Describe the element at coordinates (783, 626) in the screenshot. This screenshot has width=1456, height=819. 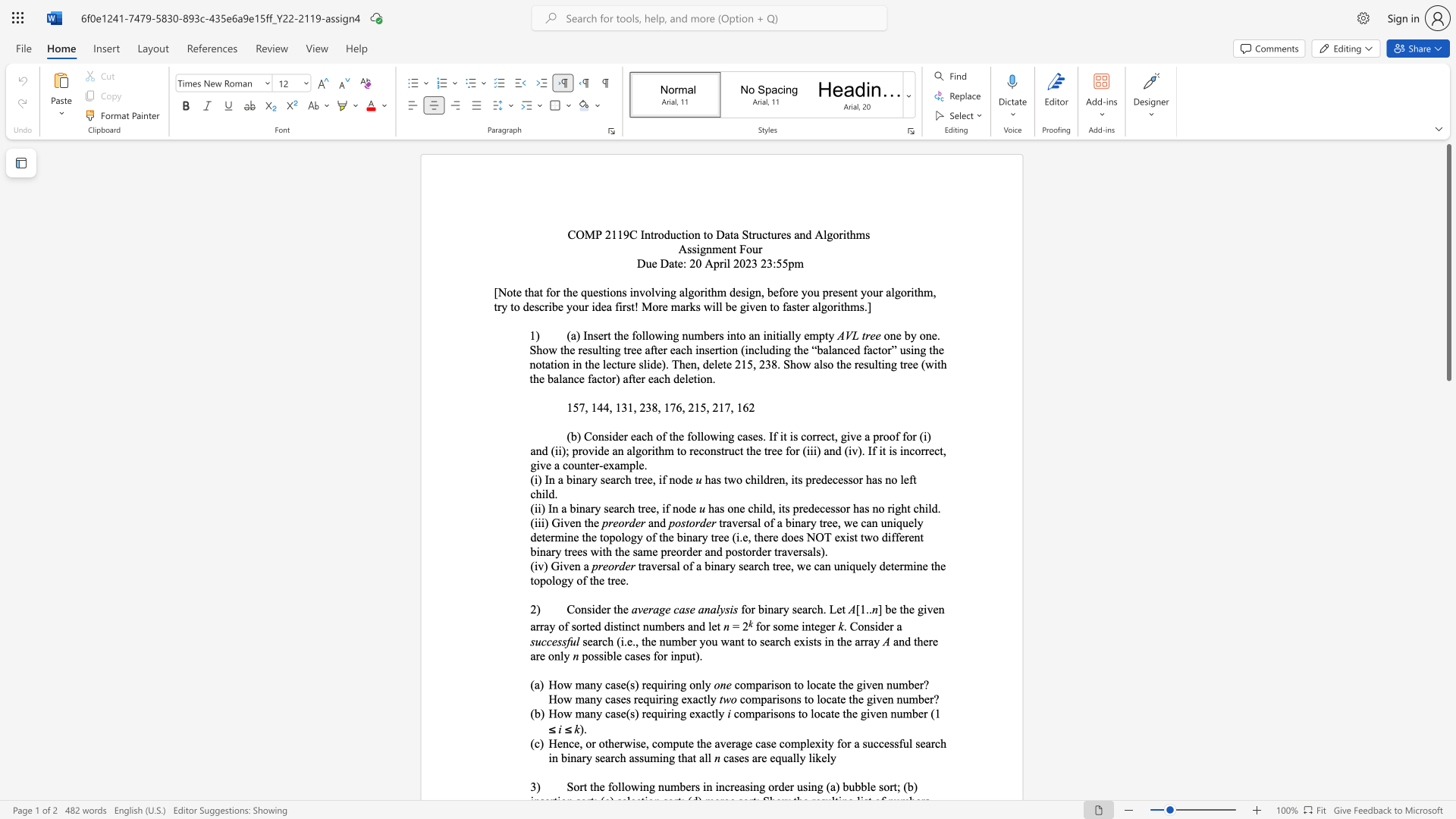
I see `the subset text "me" within the text "for some integer"` at that location.